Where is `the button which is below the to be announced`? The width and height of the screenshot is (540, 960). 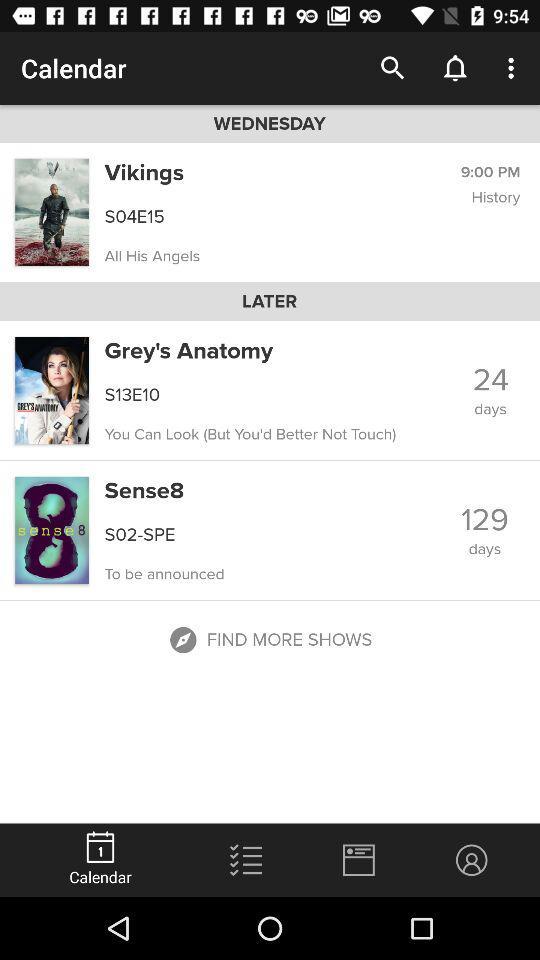 the button which is below the to be announced is located at coordinates (270, 639).